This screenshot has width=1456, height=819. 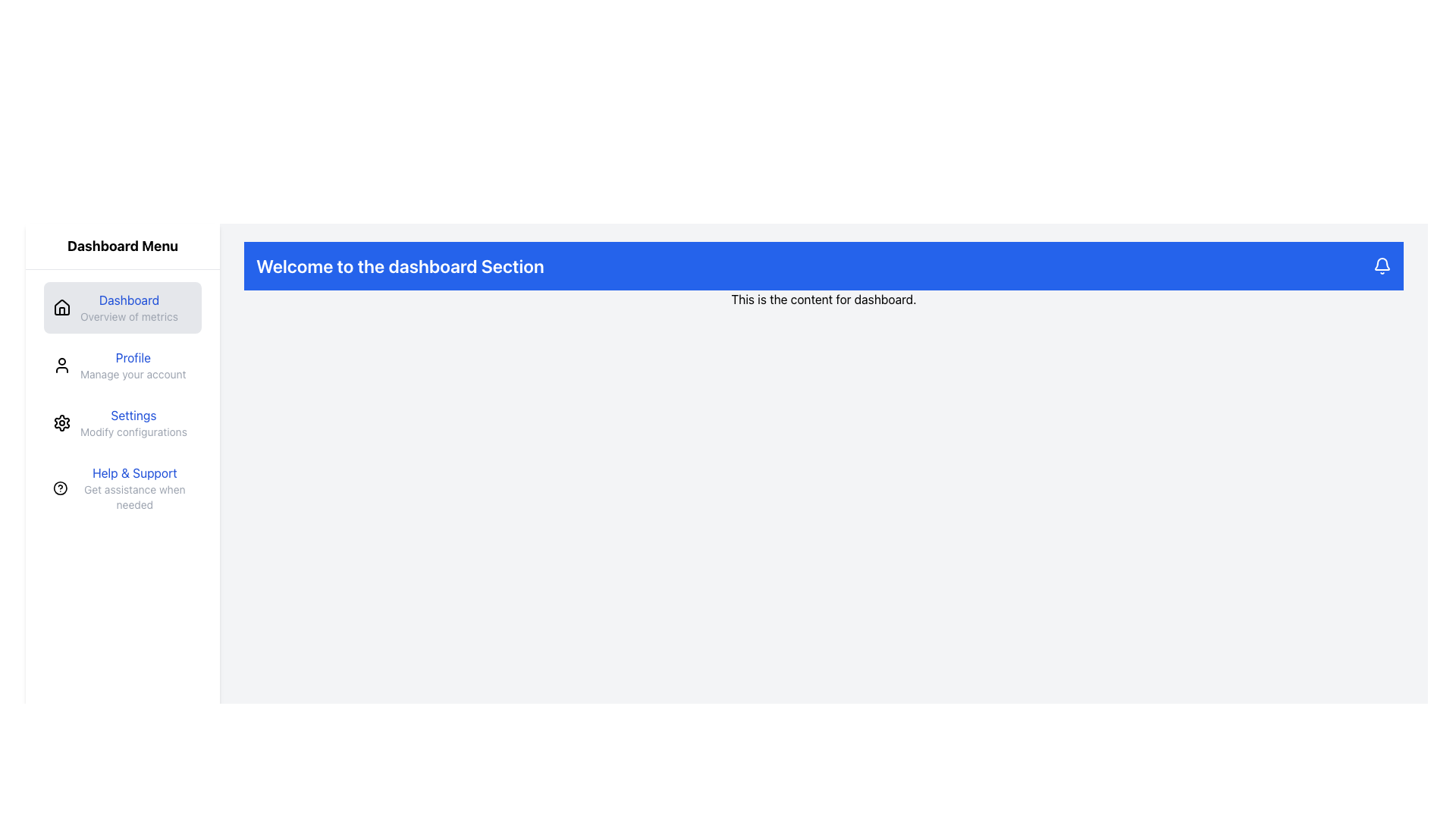 What do you see at coordinates (133, 374) in the screenshot?
I see `the text label that provides additional information about the 'Profile' menu option for accessibility tools` at bounding box center [133, 374].